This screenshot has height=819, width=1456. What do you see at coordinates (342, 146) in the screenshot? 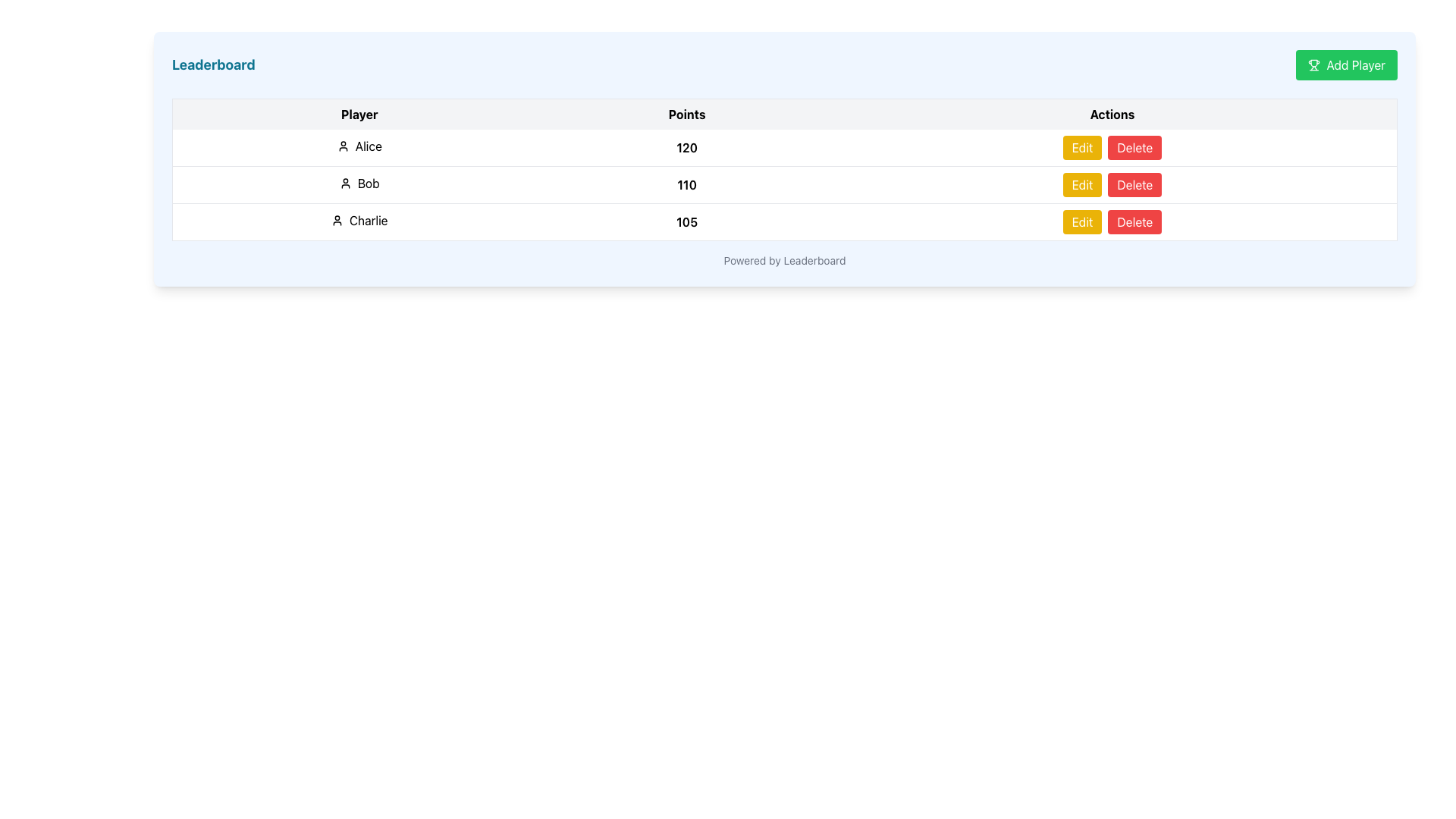
I see `the user silhouette icon located to the left of the text 'Alice' in the leaderboard interface` at bounding box center [342, 146].